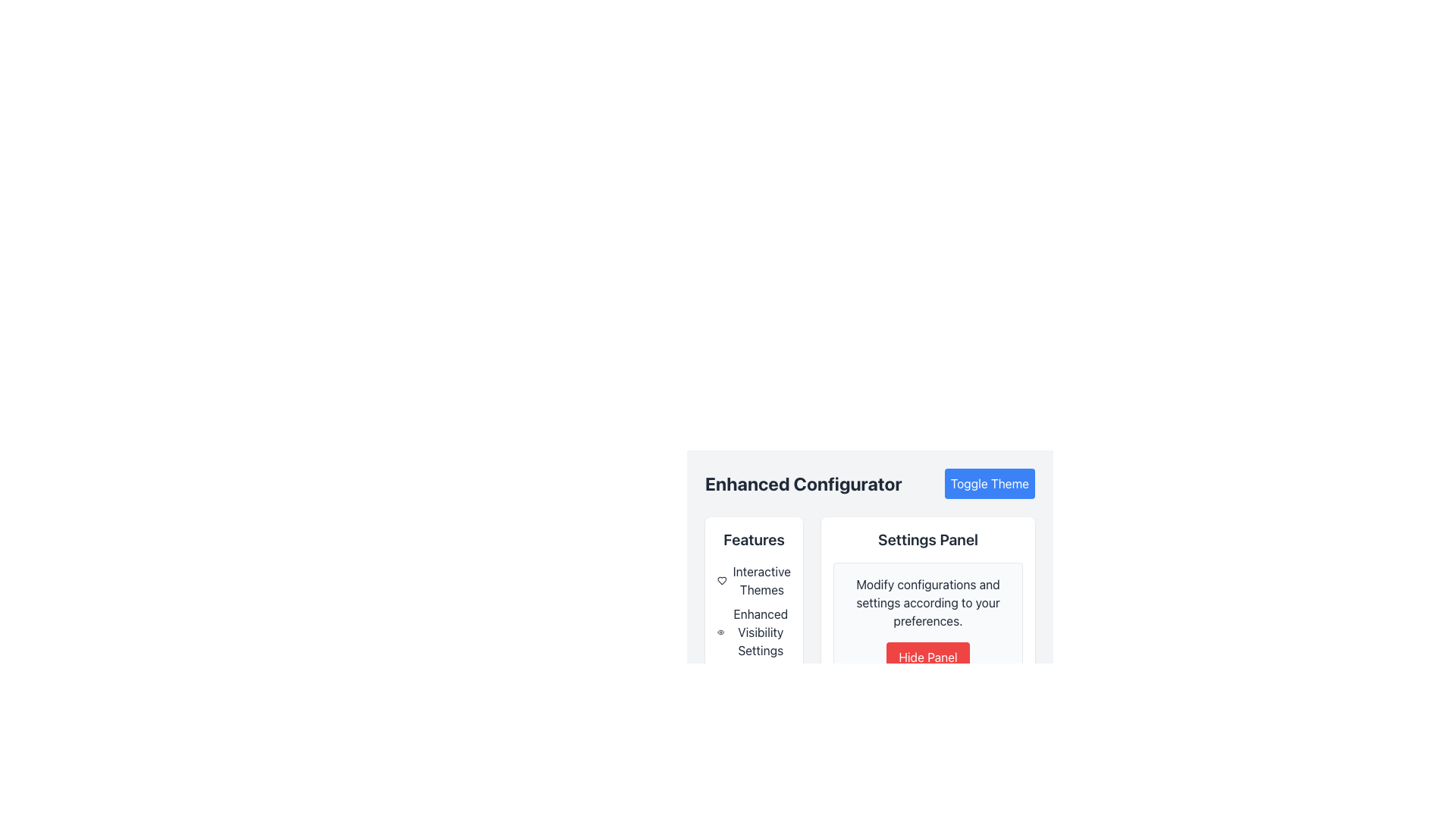  Describe the element at coordinates (721, 580) in the screenshot. I see `the heart icon, which is the second icon in the vertical list under the 'Features' section on the left side of the interface` at that location.